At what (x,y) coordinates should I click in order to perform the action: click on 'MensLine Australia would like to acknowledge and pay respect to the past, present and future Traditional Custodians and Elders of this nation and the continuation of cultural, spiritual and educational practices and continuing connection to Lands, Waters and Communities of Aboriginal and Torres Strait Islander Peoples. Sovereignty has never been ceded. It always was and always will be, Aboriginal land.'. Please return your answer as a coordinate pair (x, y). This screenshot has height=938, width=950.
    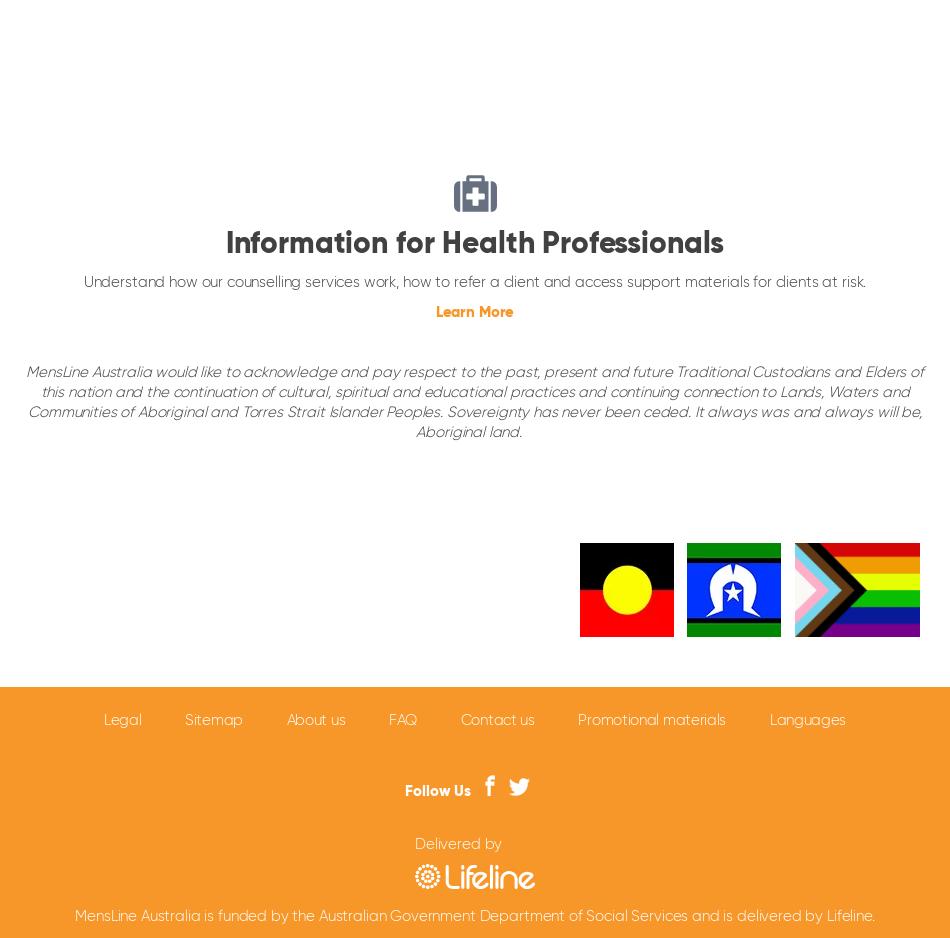
    Looking at the image, I should click on (473, 400).